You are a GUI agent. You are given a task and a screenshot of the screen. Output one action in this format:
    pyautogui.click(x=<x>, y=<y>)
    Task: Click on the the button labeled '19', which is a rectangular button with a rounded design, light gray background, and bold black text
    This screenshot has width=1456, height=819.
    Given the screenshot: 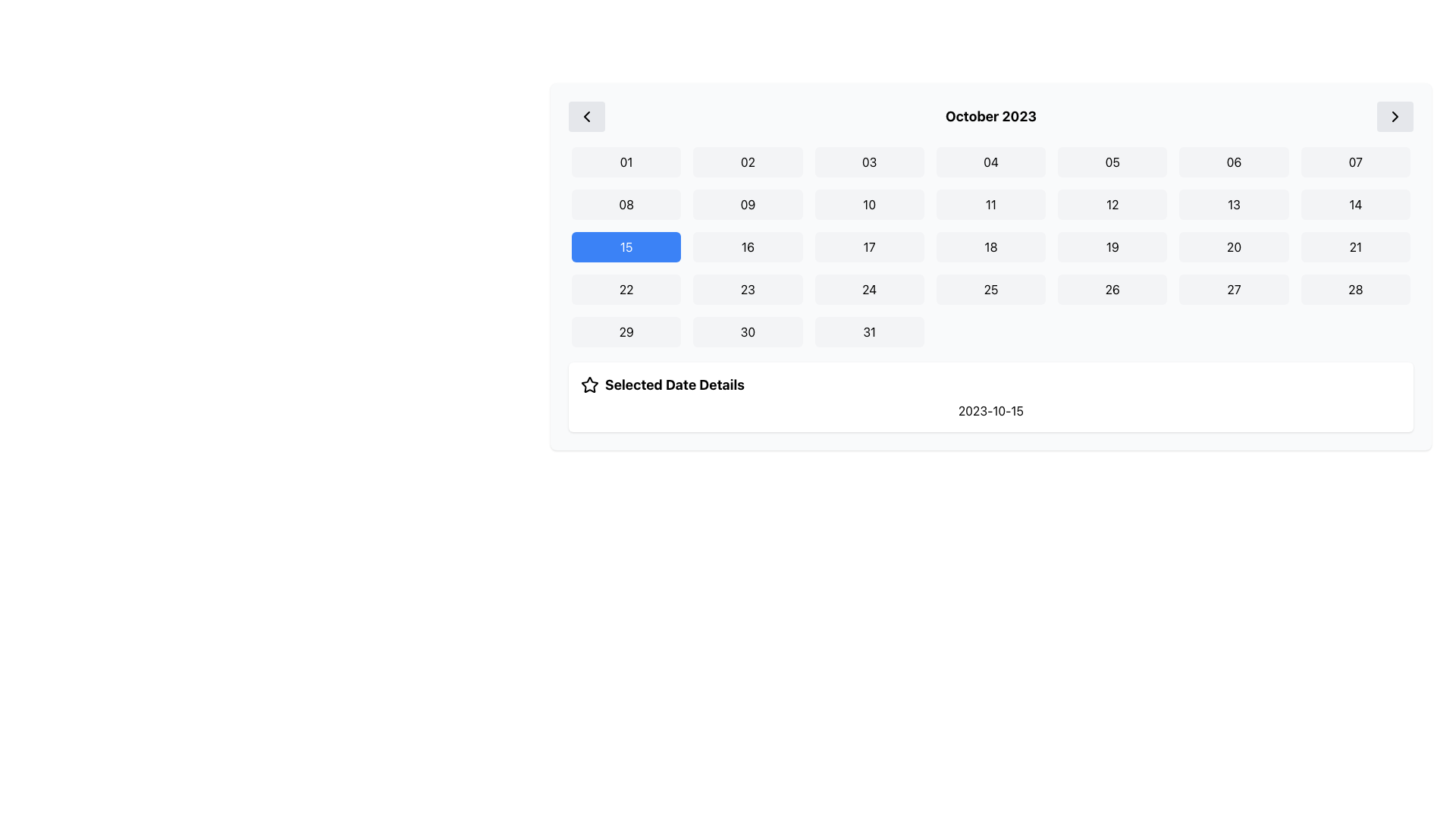 What is the action you would take?
    pyautogui.click(x=1112, y=246)
    